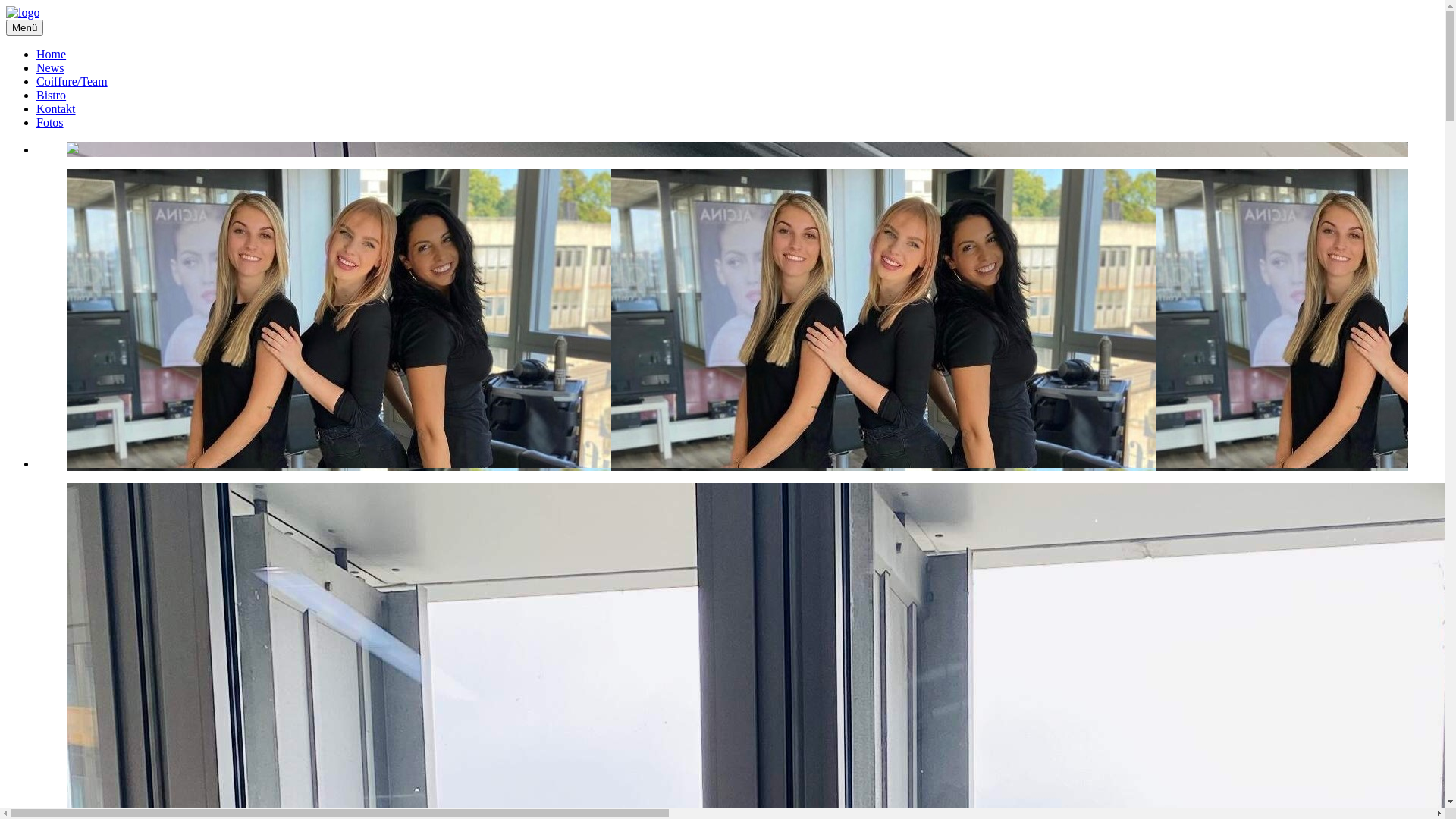 This screenshot has width=1456, height=819. What do you see at coordinates (50, 67) in the screenshot?
I see `'News'` at bounding box center [50, 67].